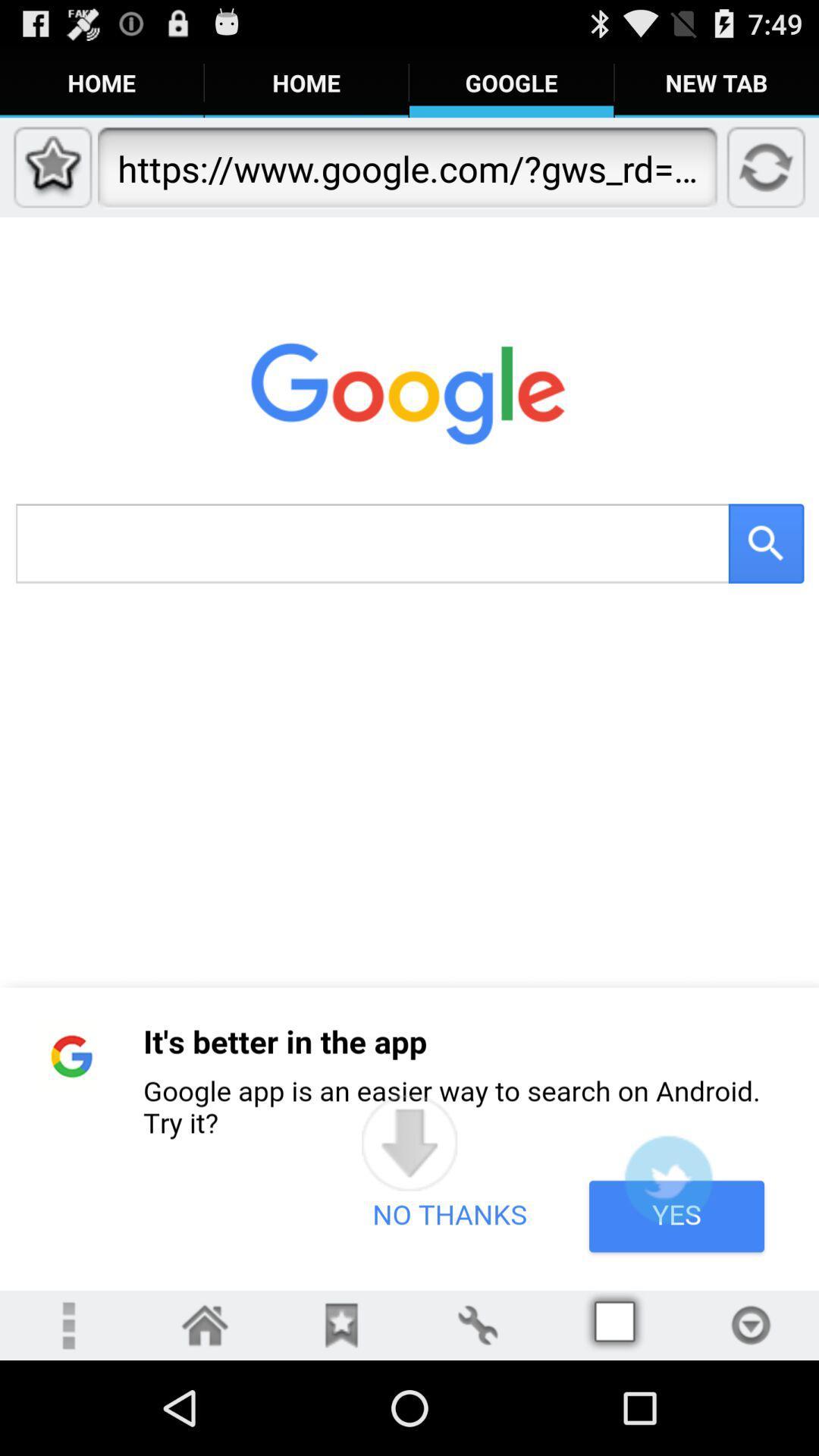 This screenshot has width=819, height=1456. I want to click on painater, so click(476, 1324).